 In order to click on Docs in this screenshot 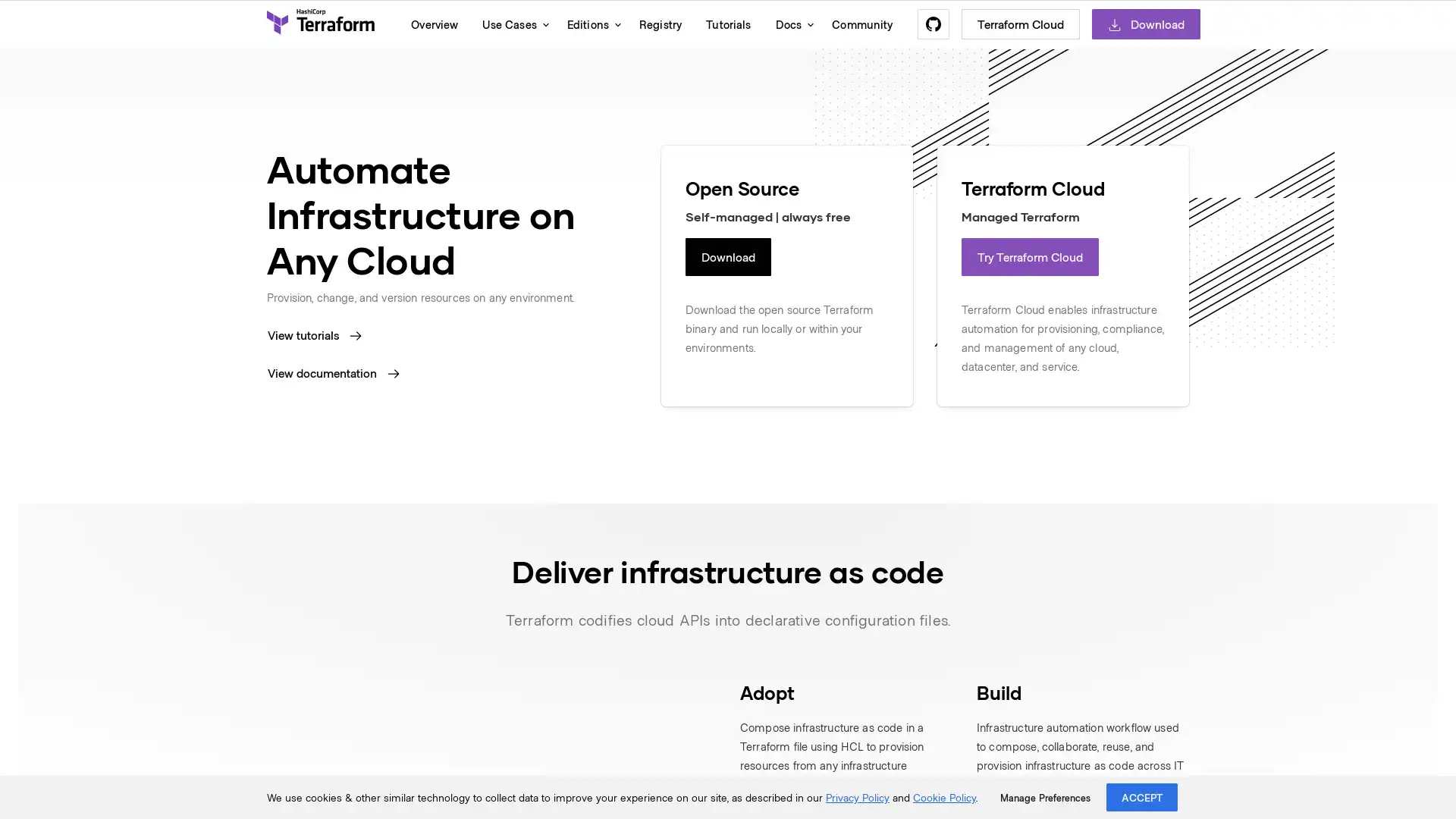, I will do `click(790, 24)`.